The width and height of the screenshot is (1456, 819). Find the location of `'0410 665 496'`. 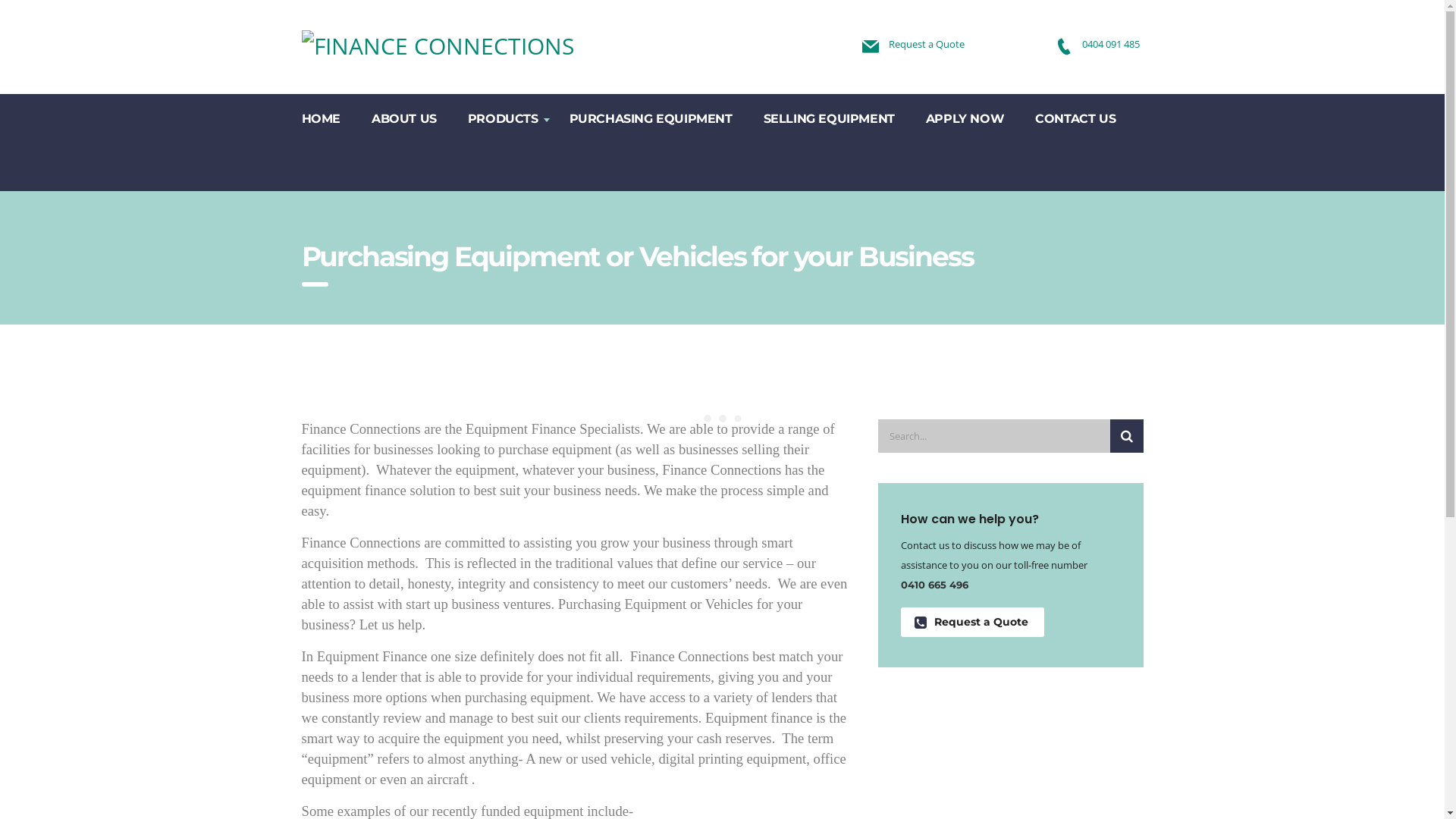

'0410 665 496' is located at coordinates (934, 584).